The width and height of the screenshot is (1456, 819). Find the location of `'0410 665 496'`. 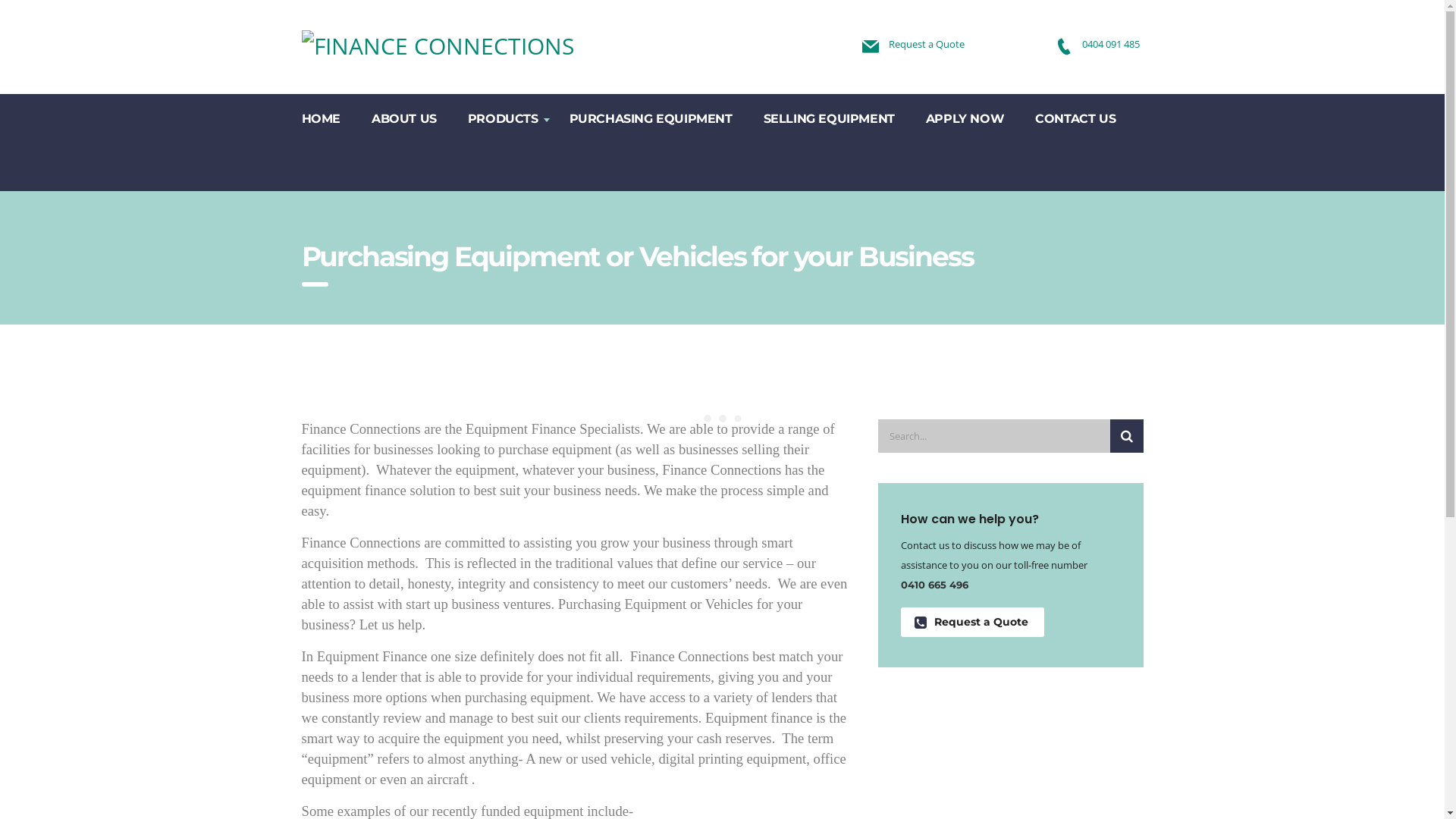

'0410 665 496' is located at coordinates (934, 584).